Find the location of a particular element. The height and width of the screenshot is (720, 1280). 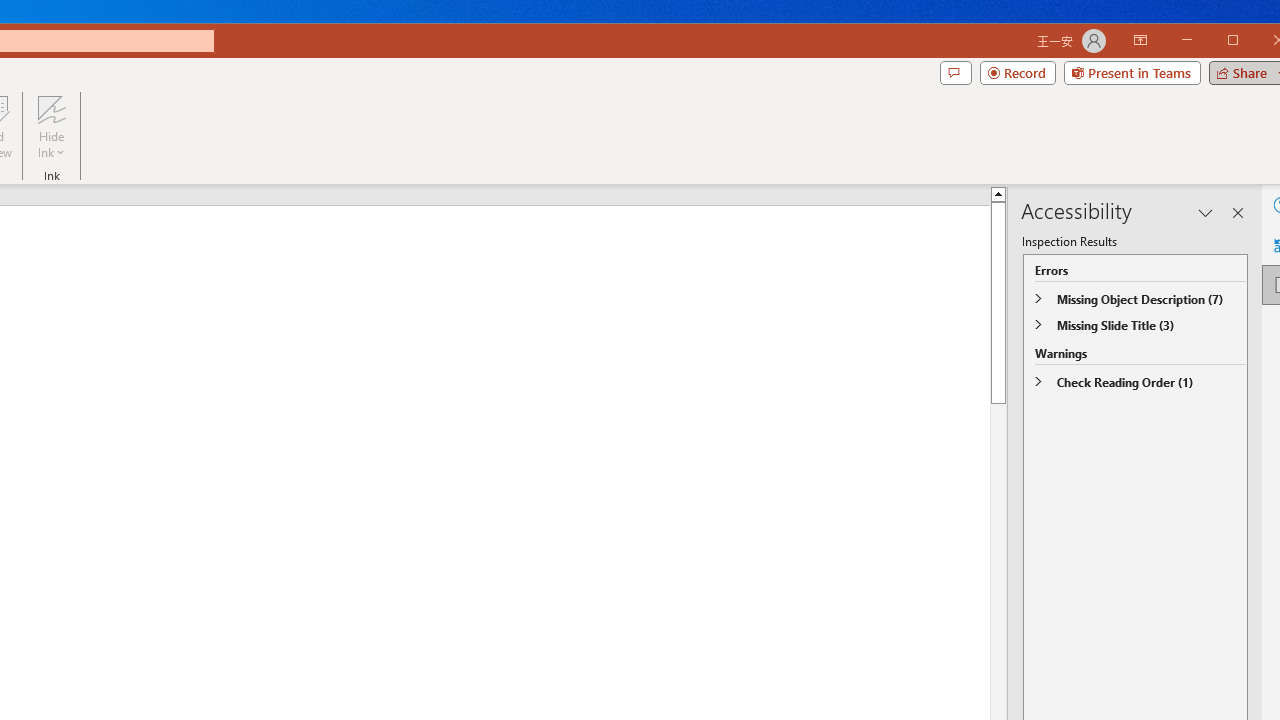

'Hide Ink' is located at coordinates (51, 127).